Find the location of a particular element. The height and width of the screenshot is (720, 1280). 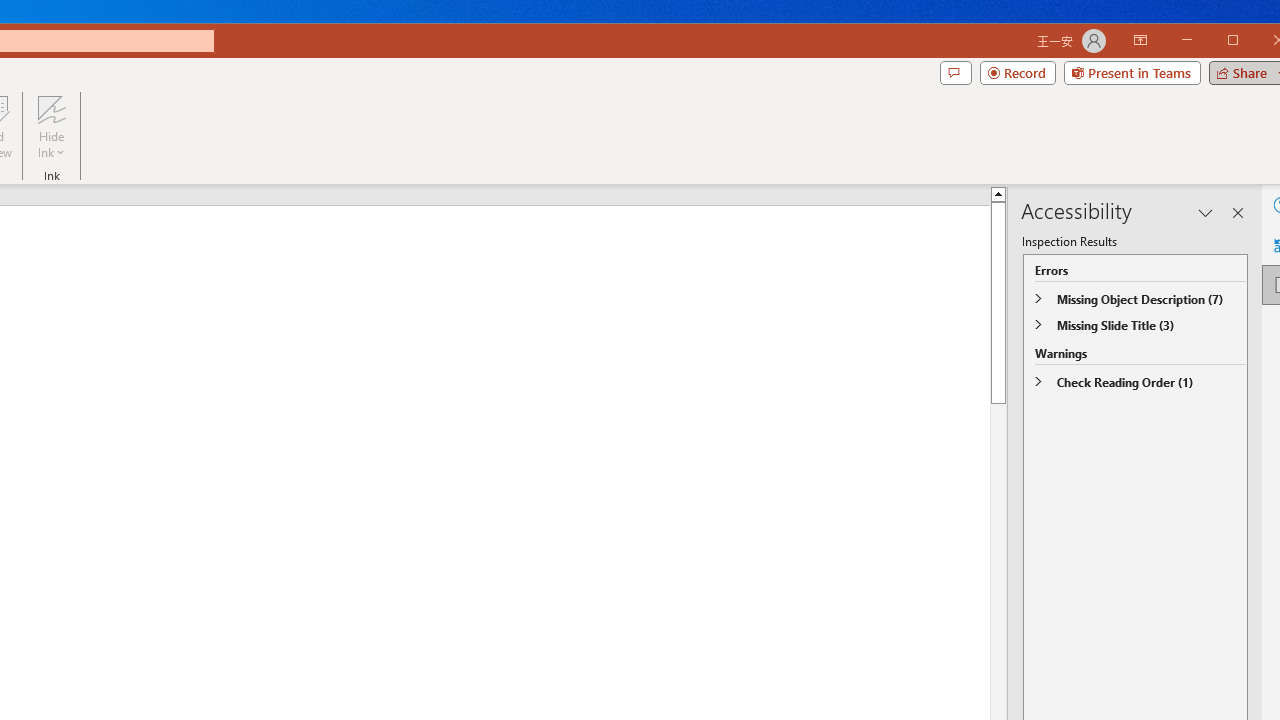

'Hide Ink' is located at coordinates (51, 127).